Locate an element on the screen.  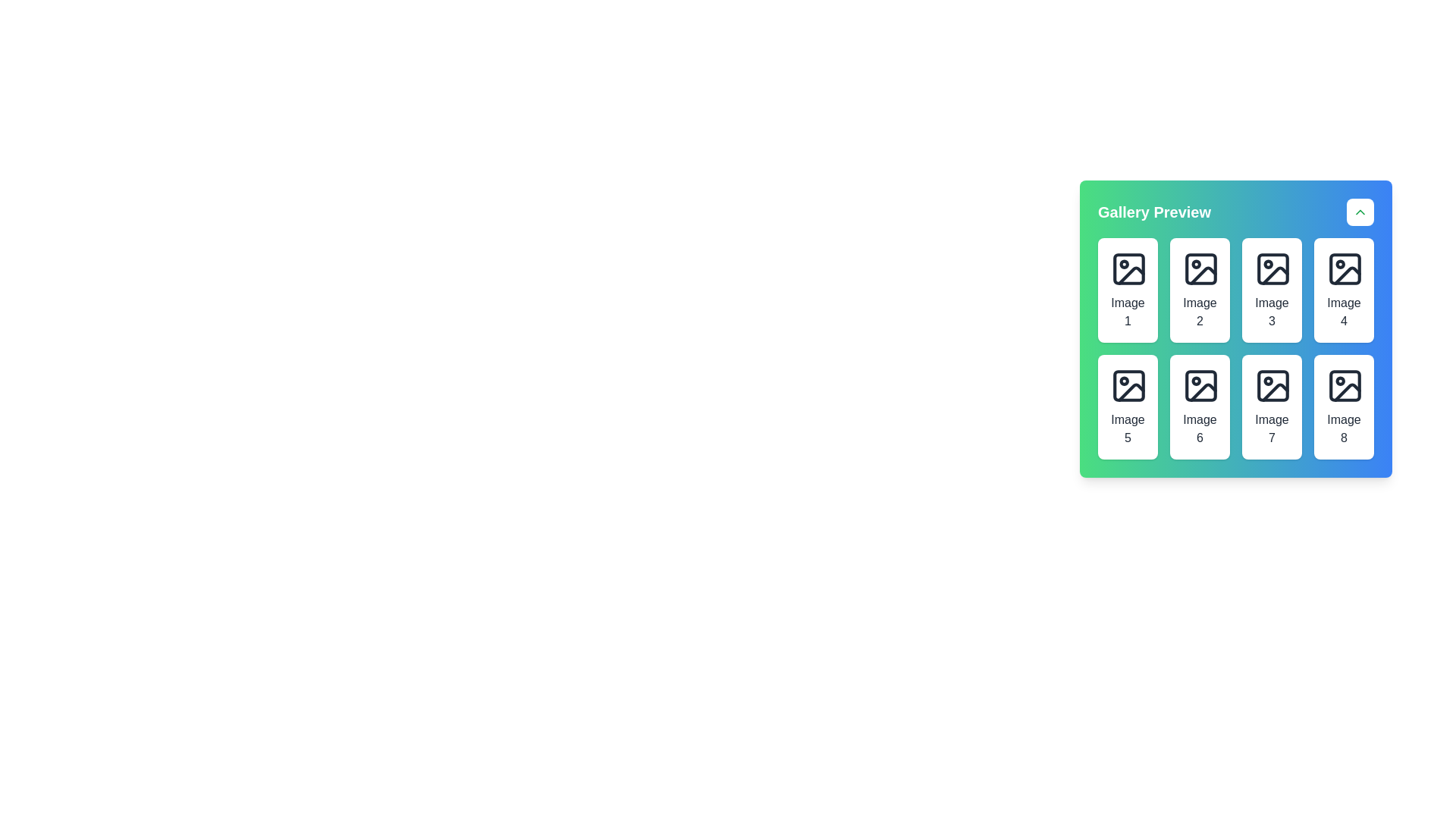
rectangular visual component representing part of the image preview in the upper-right corner of the fourth image card in the gallery grid for debugging purposes is located at coordinates (1345, 268).